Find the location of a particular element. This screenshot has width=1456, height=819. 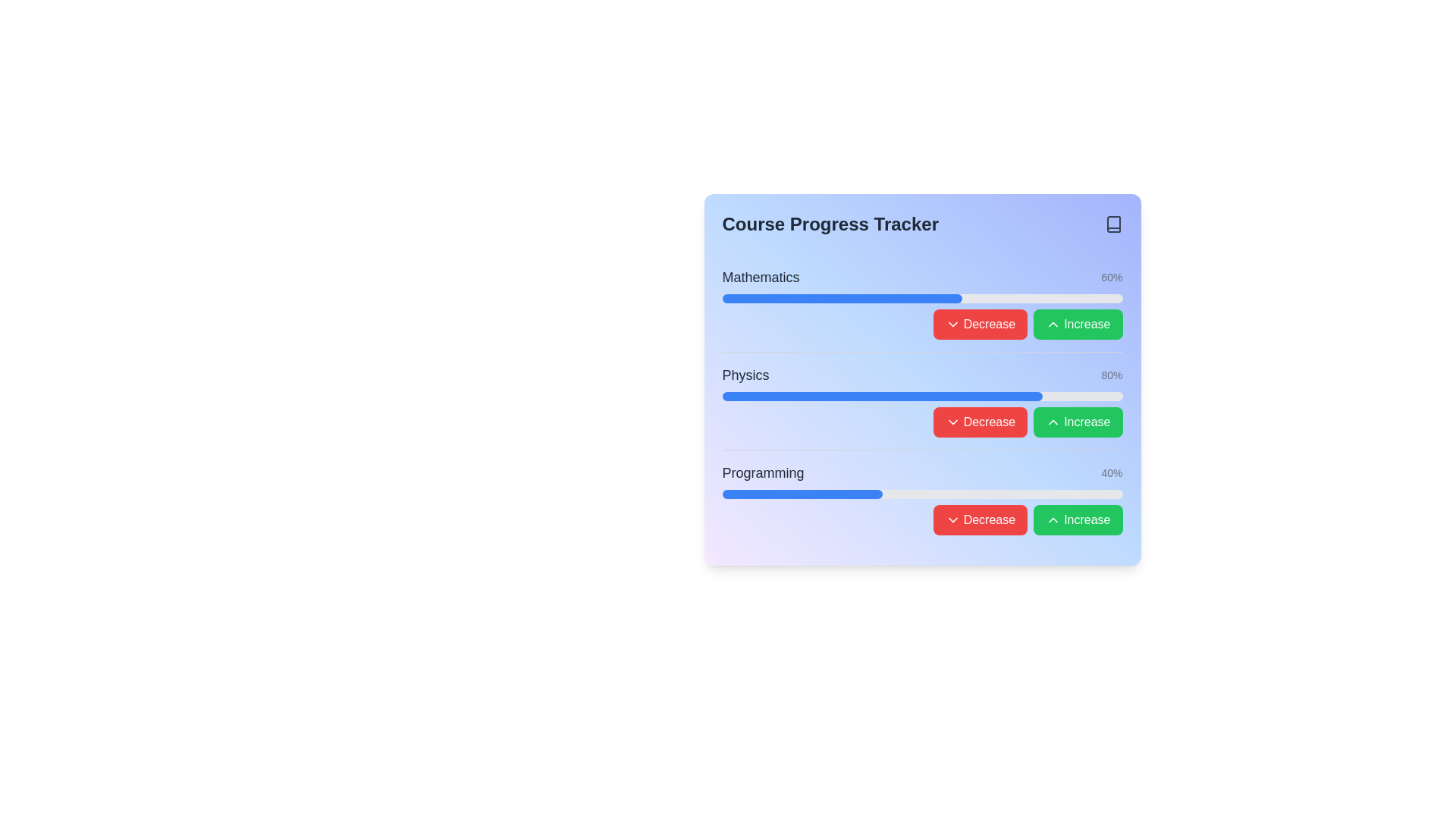

the Progress Bar Segment indicating progress for the 'Mathematics' category in the course tracker interface is located at coordinates (841, 298).